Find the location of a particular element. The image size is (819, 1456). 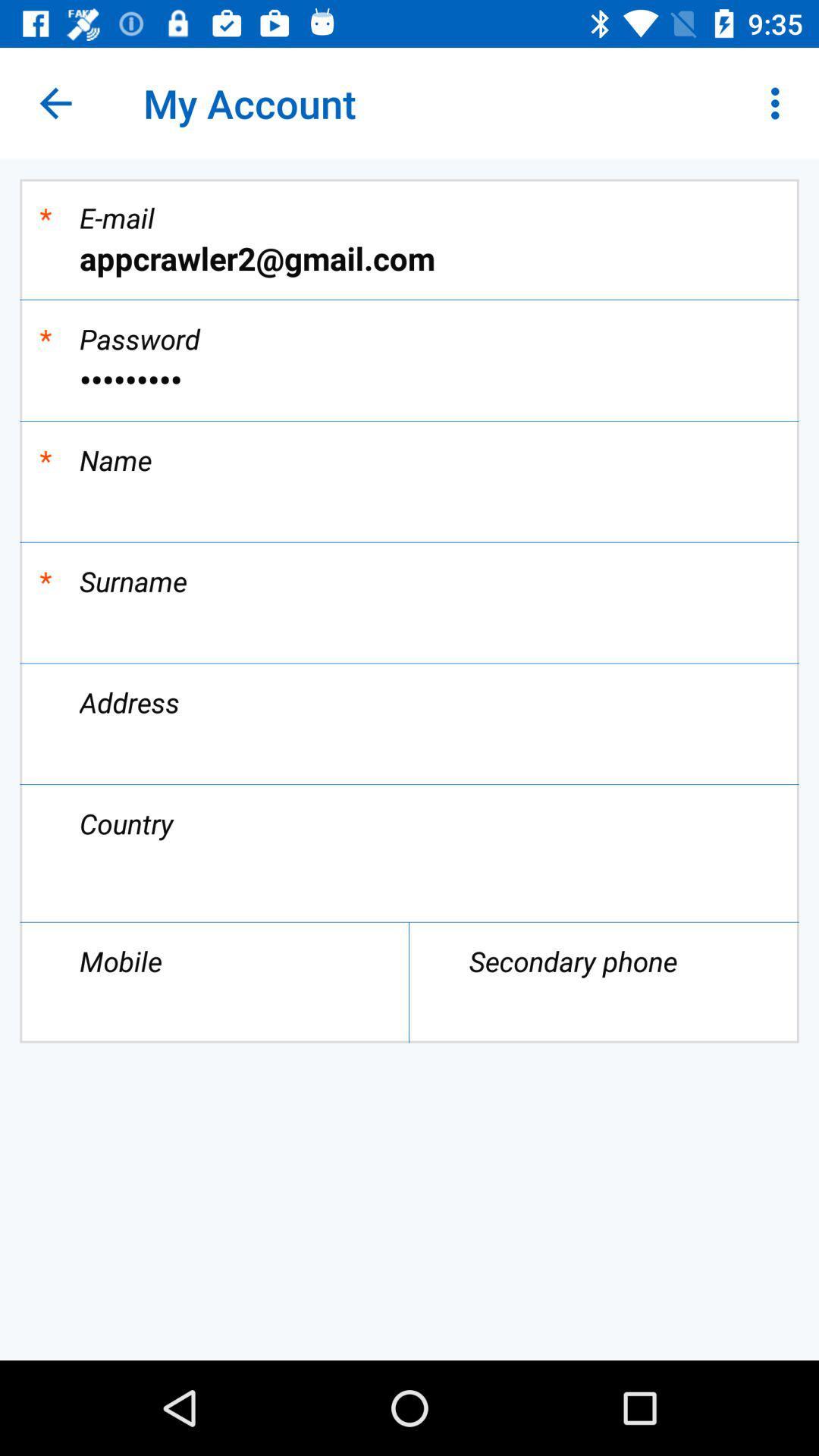

icon above the appcrawler2@gmail.com icon is located at coordinates (779, 102).